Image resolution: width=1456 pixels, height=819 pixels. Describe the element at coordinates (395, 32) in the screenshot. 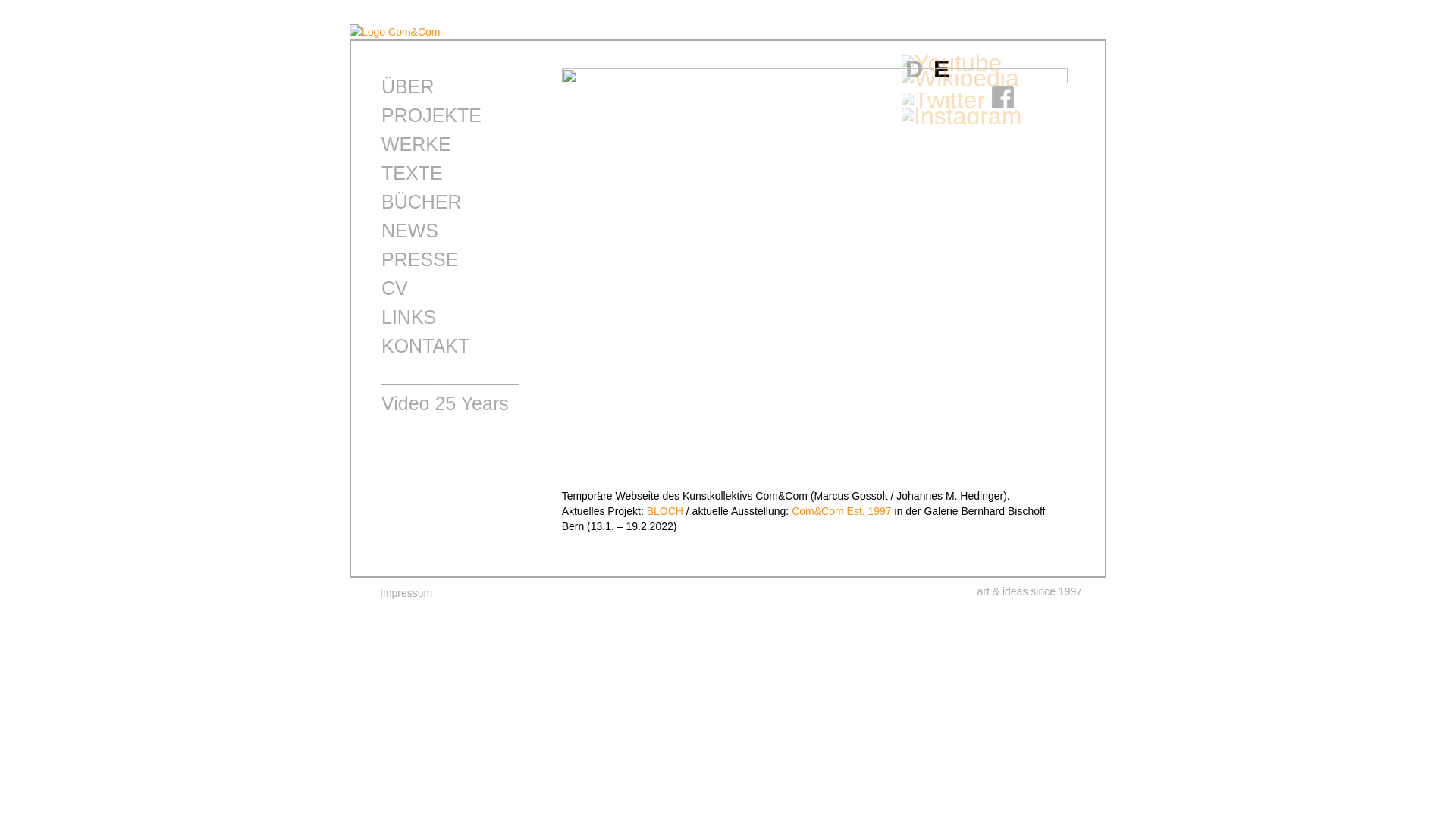

I see `'Home'` at that location.